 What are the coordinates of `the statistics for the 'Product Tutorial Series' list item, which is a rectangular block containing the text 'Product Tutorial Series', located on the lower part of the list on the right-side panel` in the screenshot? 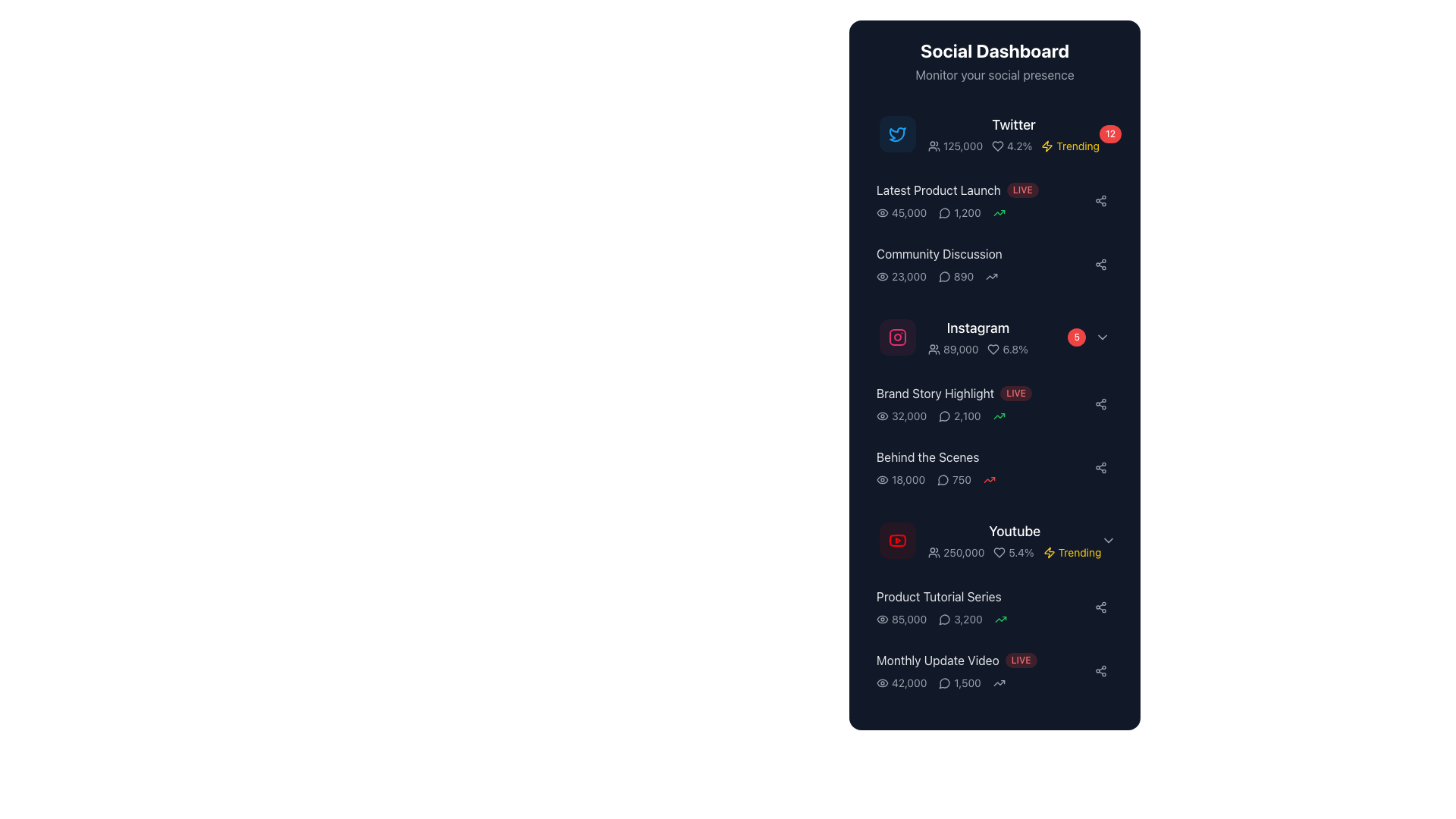 It's located at (994, 607).